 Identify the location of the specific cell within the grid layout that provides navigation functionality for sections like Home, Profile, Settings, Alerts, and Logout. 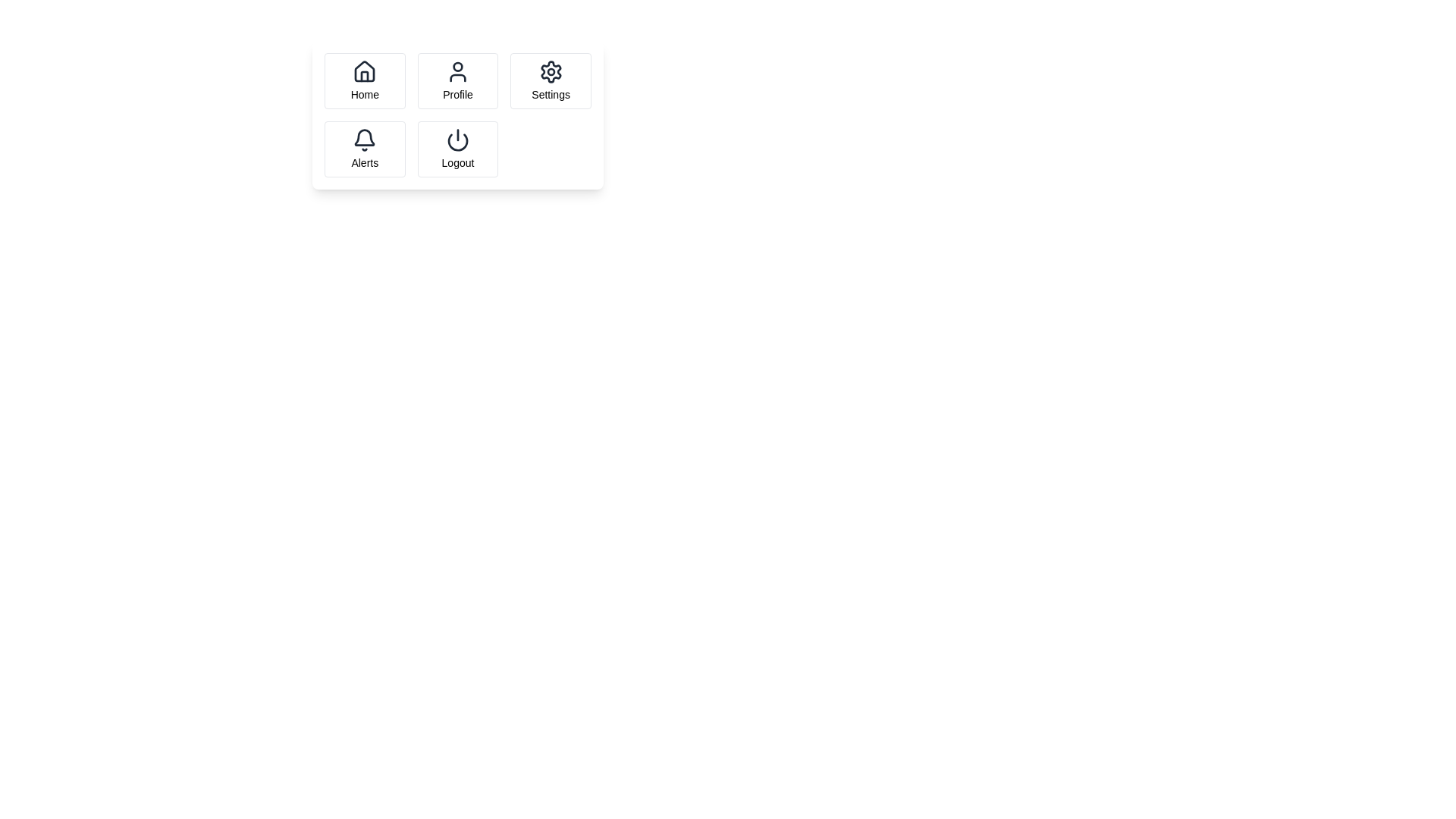
(457, 114).